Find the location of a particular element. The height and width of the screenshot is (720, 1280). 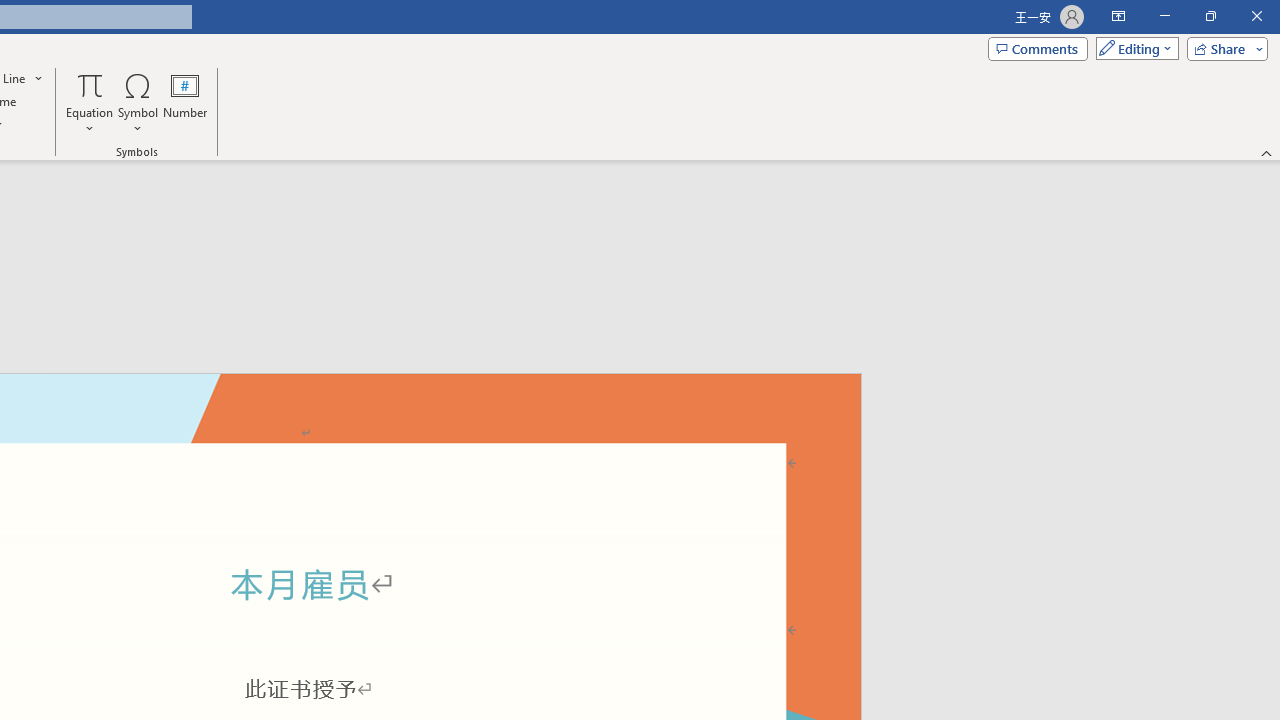

'Equation' is located at coordinates (89, 103).